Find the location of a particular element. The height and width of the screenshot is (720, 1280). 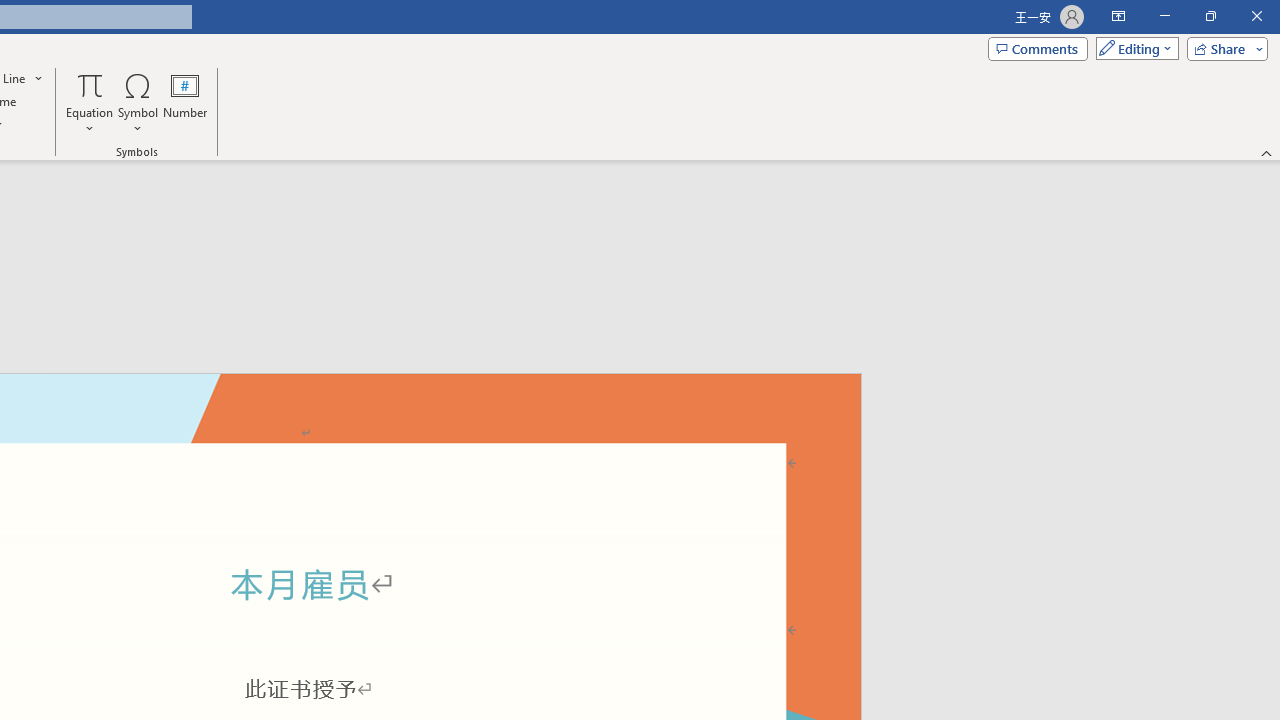

'Equation' is located at coordinates (89, 103).